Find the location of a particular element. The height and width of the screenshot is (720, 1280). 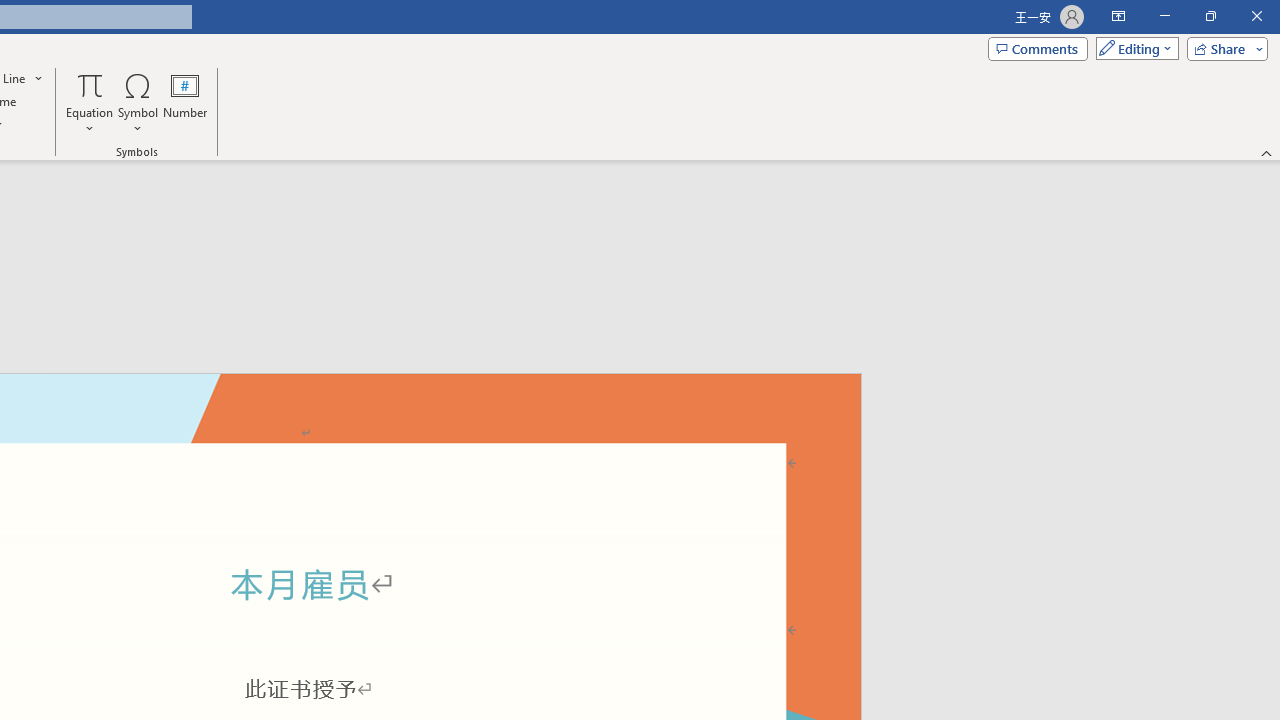

'Equation' is located at coordinates (89, 103).